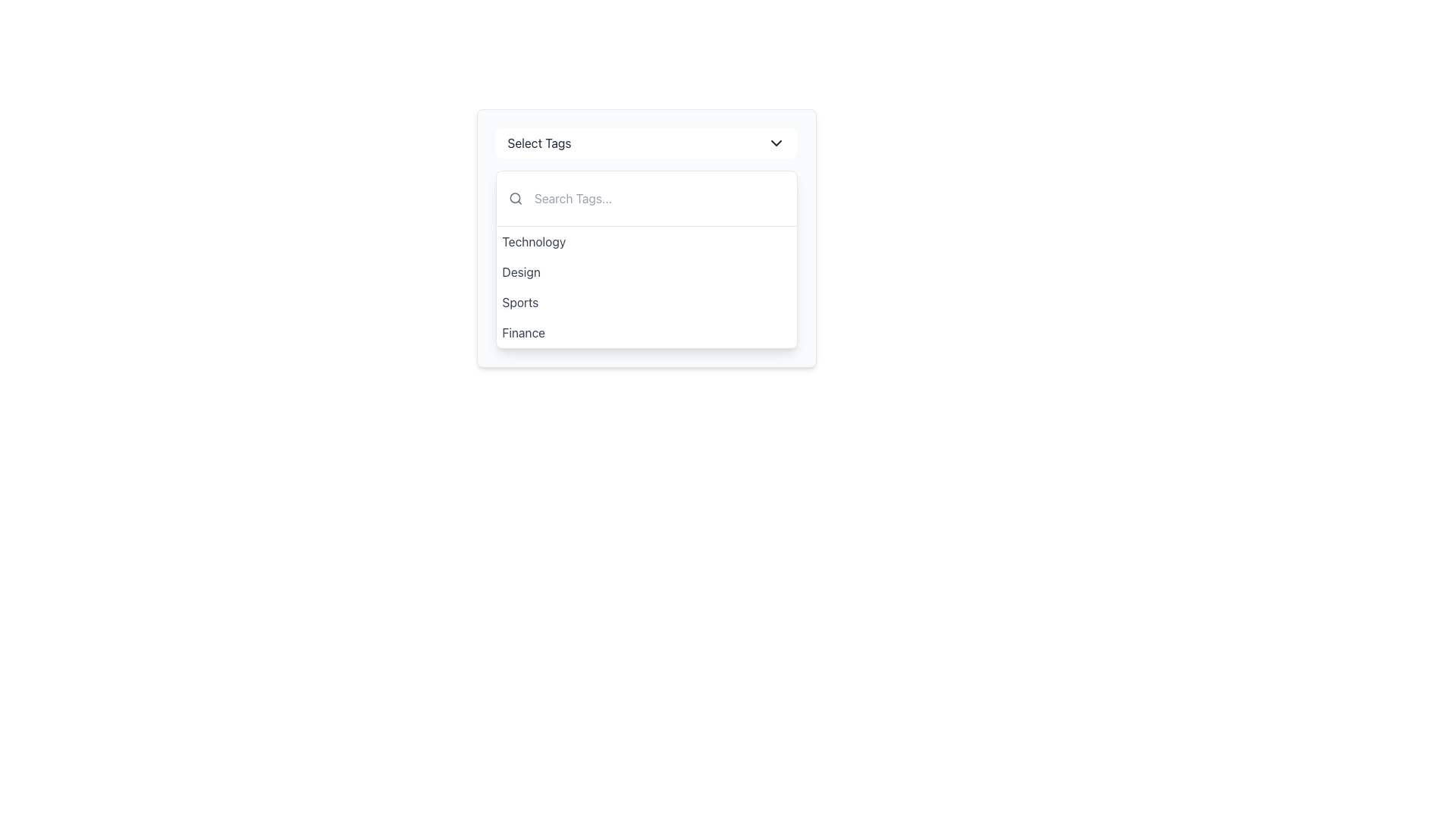 This screenshot has width=1456, height=819. Describe the element at coordinates (646, 332) in the screenshot. I see `the fourth item in the dropdown menu representing the 'Finance' category` at that location.